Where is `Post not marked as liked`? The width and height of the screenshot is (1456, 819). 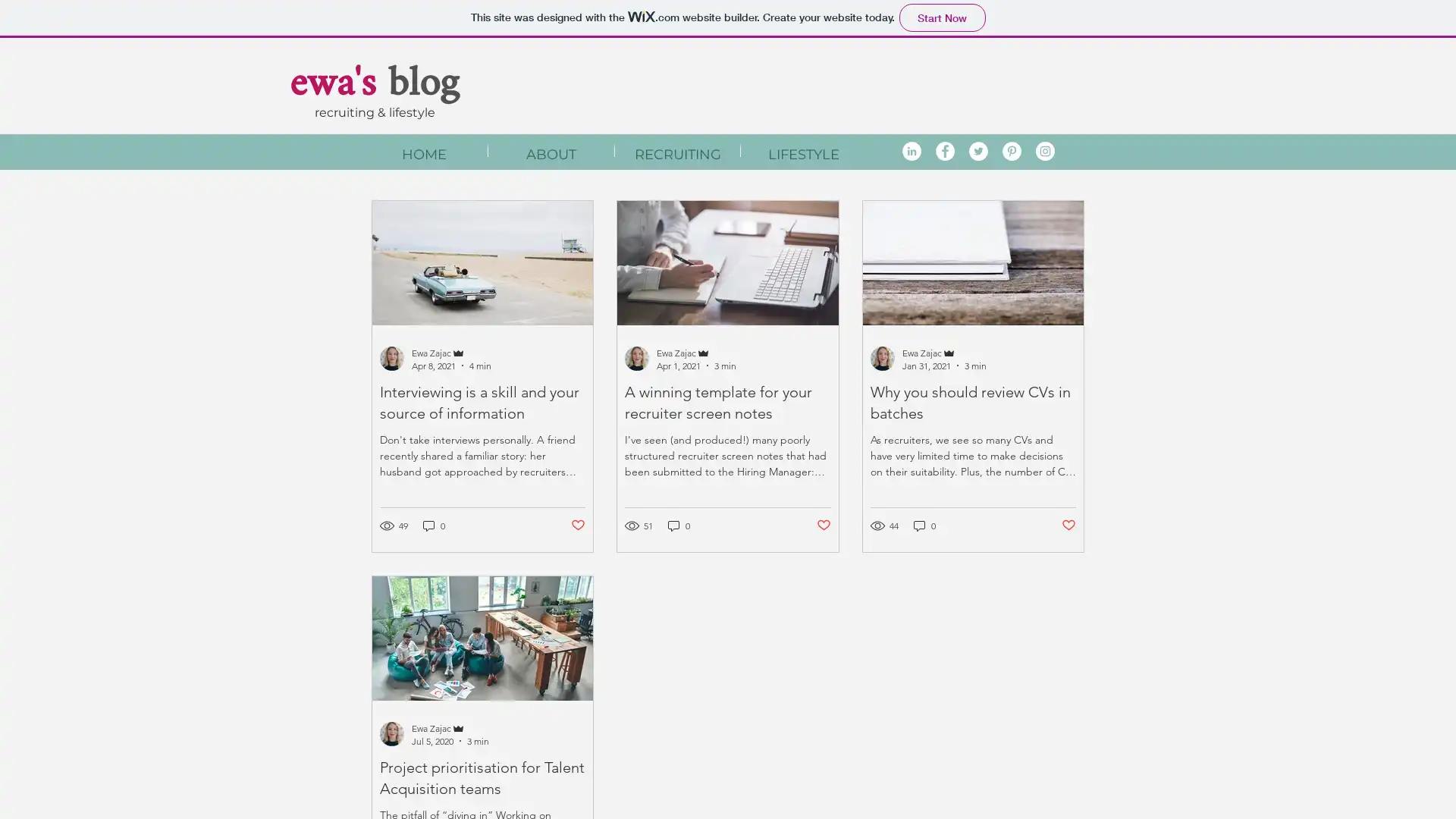 Post not marked as liked is located at coordinates (1068, 525).